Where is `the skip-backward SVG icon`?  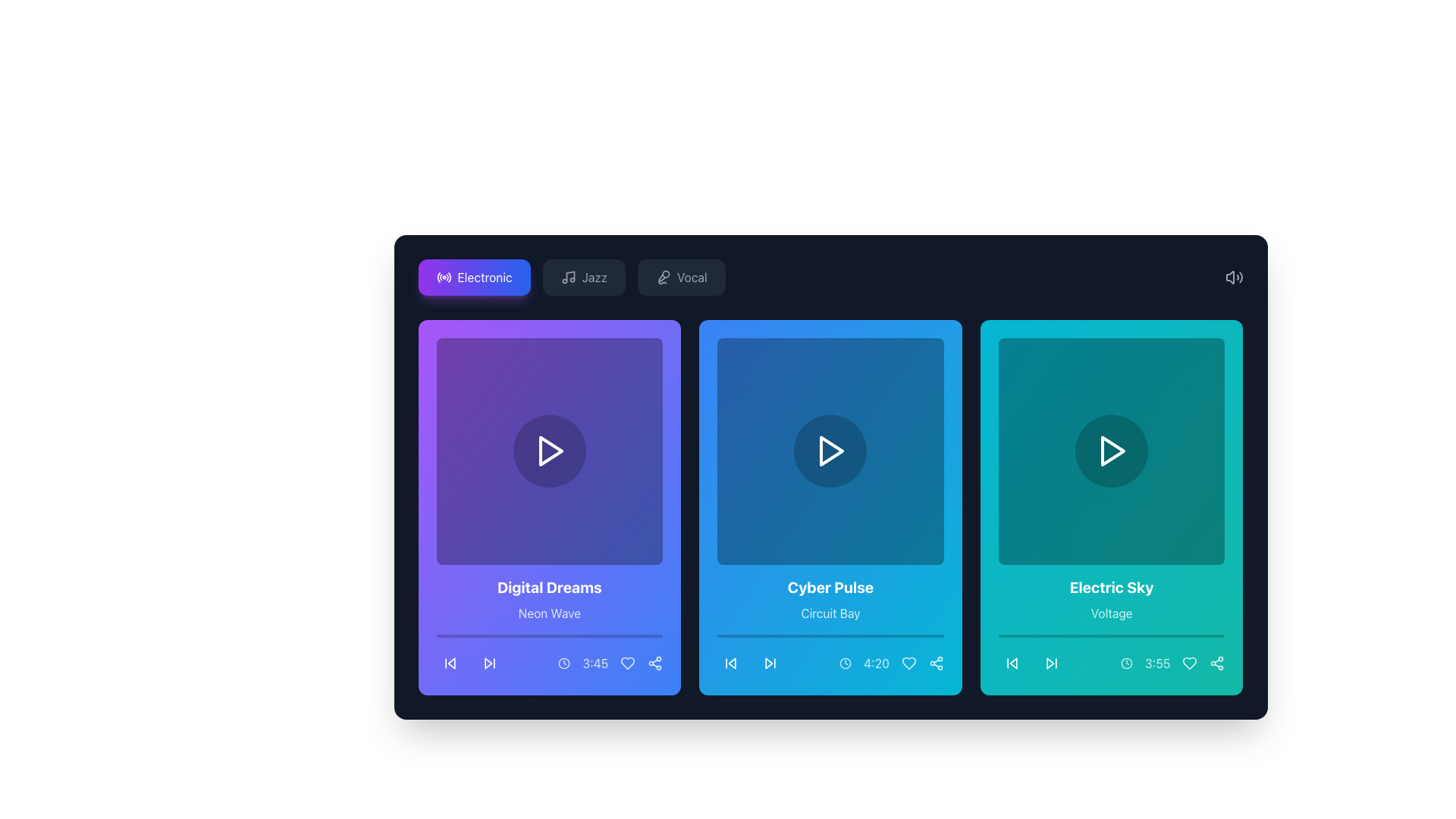 the skip-backward SVG icon is located at coordinates (450, 662).